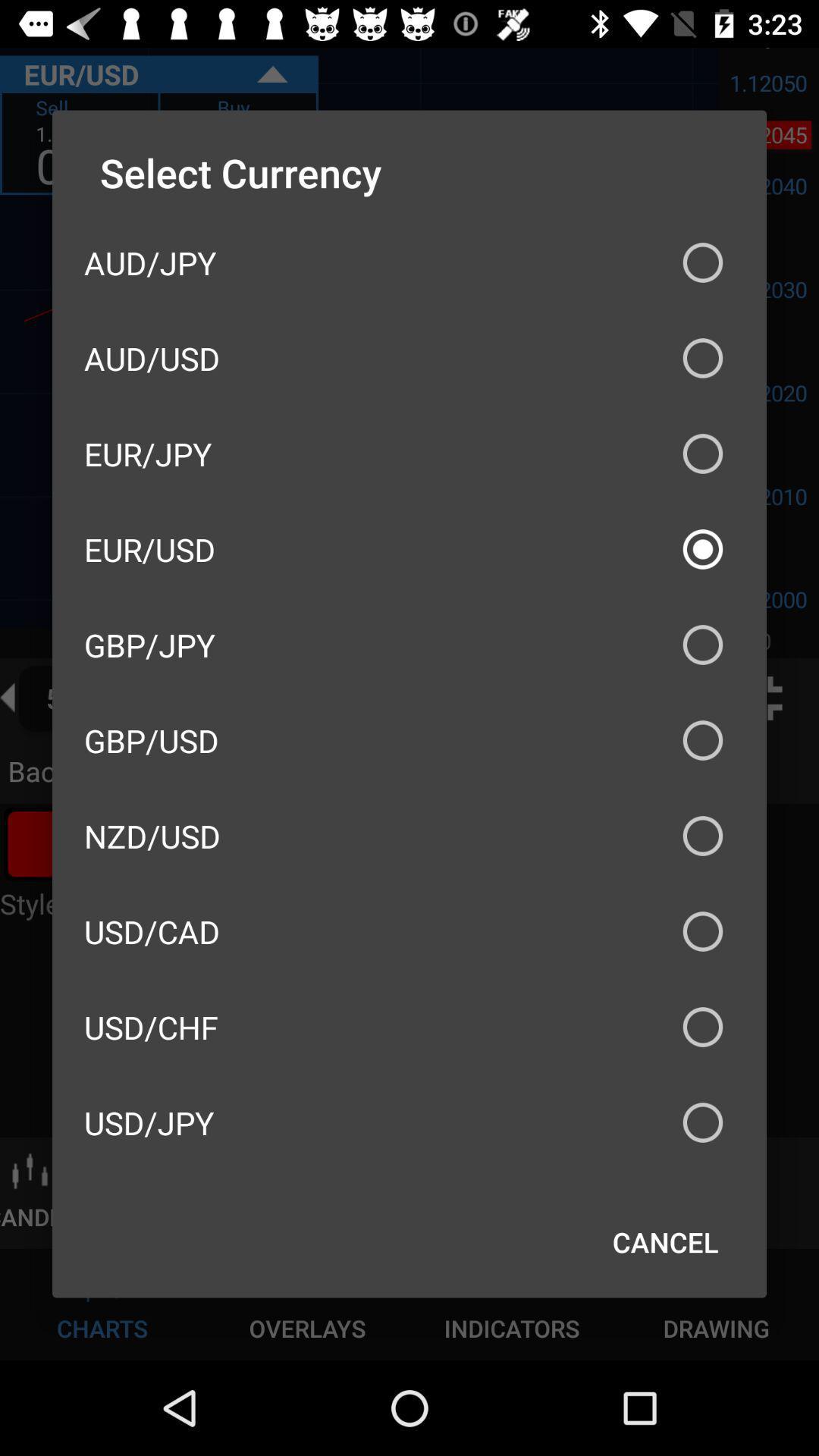  I want to click on cancel, so click(664, 1241).